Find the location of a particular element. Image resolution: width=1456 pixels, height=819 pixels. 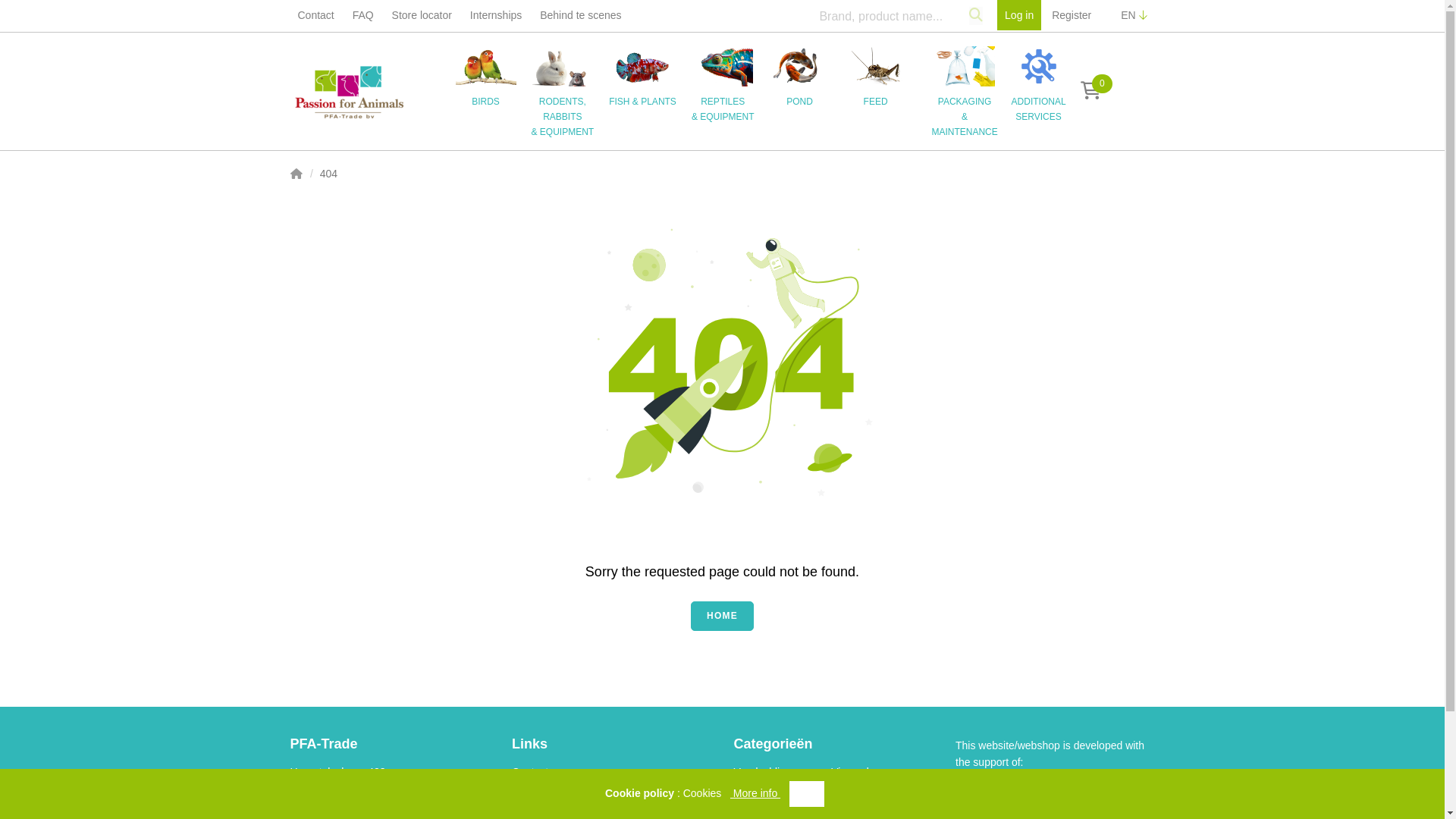

'BIRDS' is located at coordinates (492, 76).